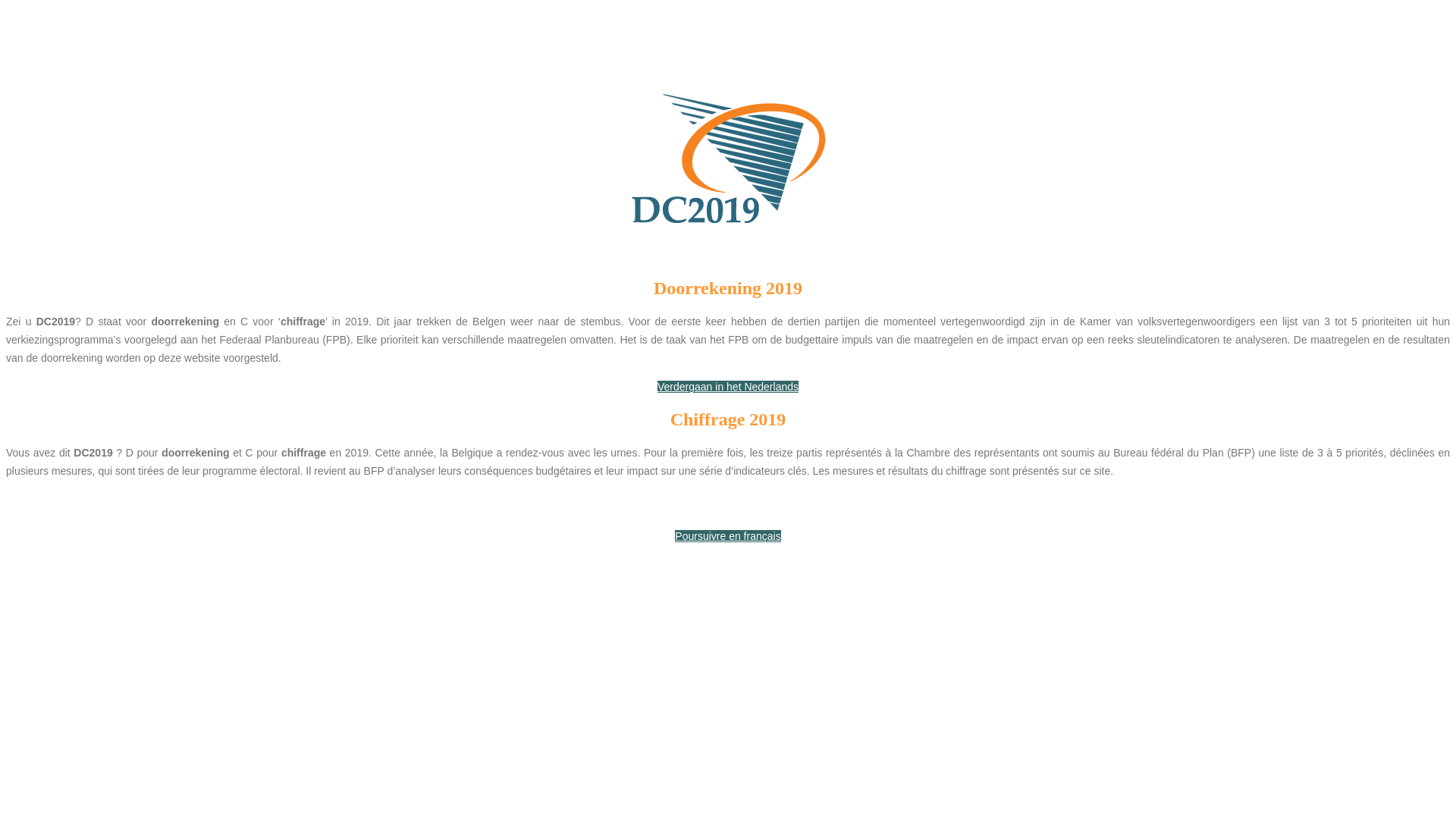 The height and width of the screenshot is (819, 1456). What do you see at coordinates (728, 385) in the screenshot?
I see `'Verdergaan in het Nederlands'` at bounding box center [728, 385].